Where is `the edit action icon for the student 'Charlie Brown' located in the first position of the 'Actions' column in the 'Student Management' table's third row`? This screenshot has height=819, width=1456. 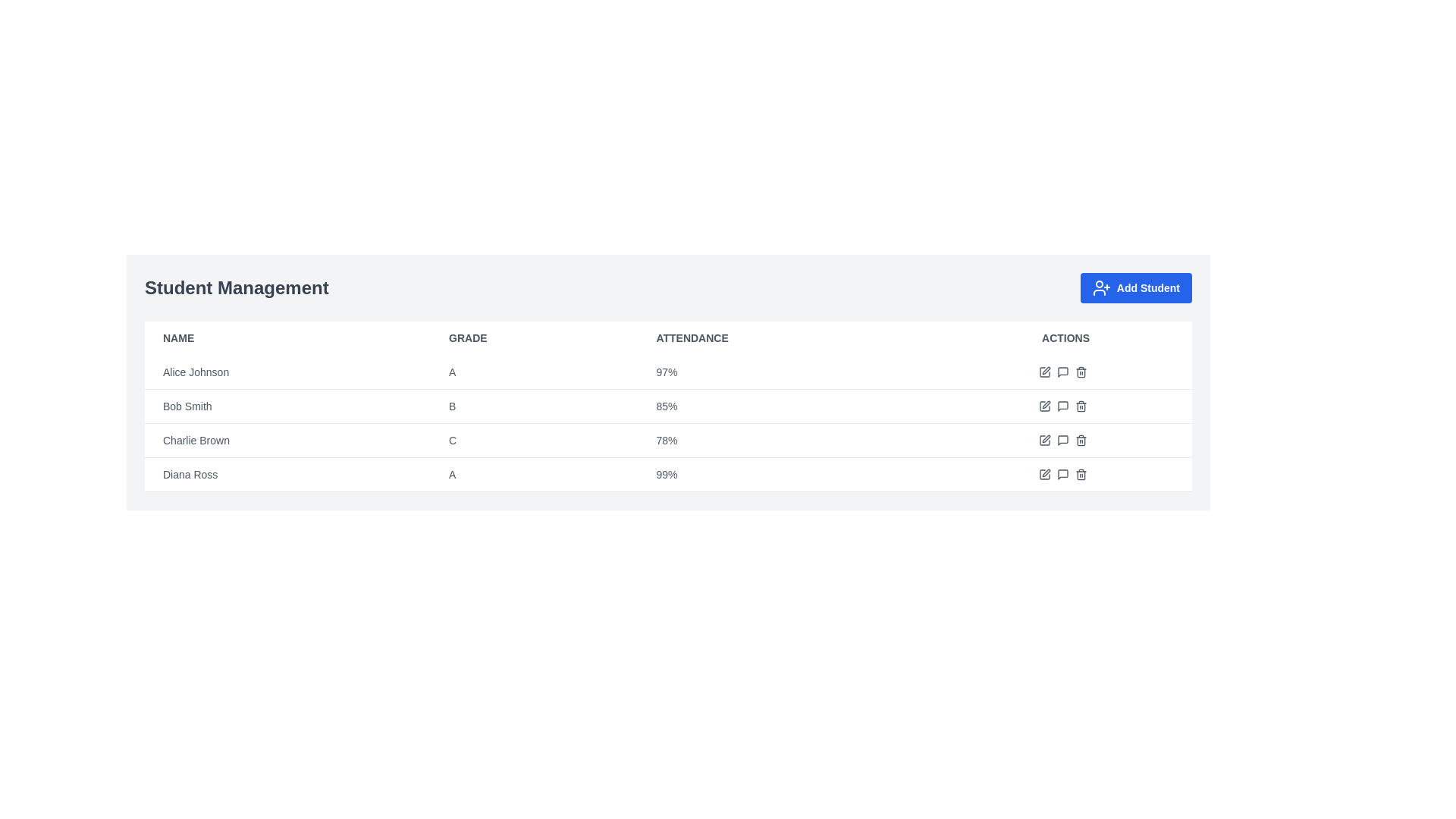 the edit action icon for the student 'Charlie Brown' located in the first position of the 'Actions' column in the 'Student Management' table's third row is located at coordinates (1043, 441).